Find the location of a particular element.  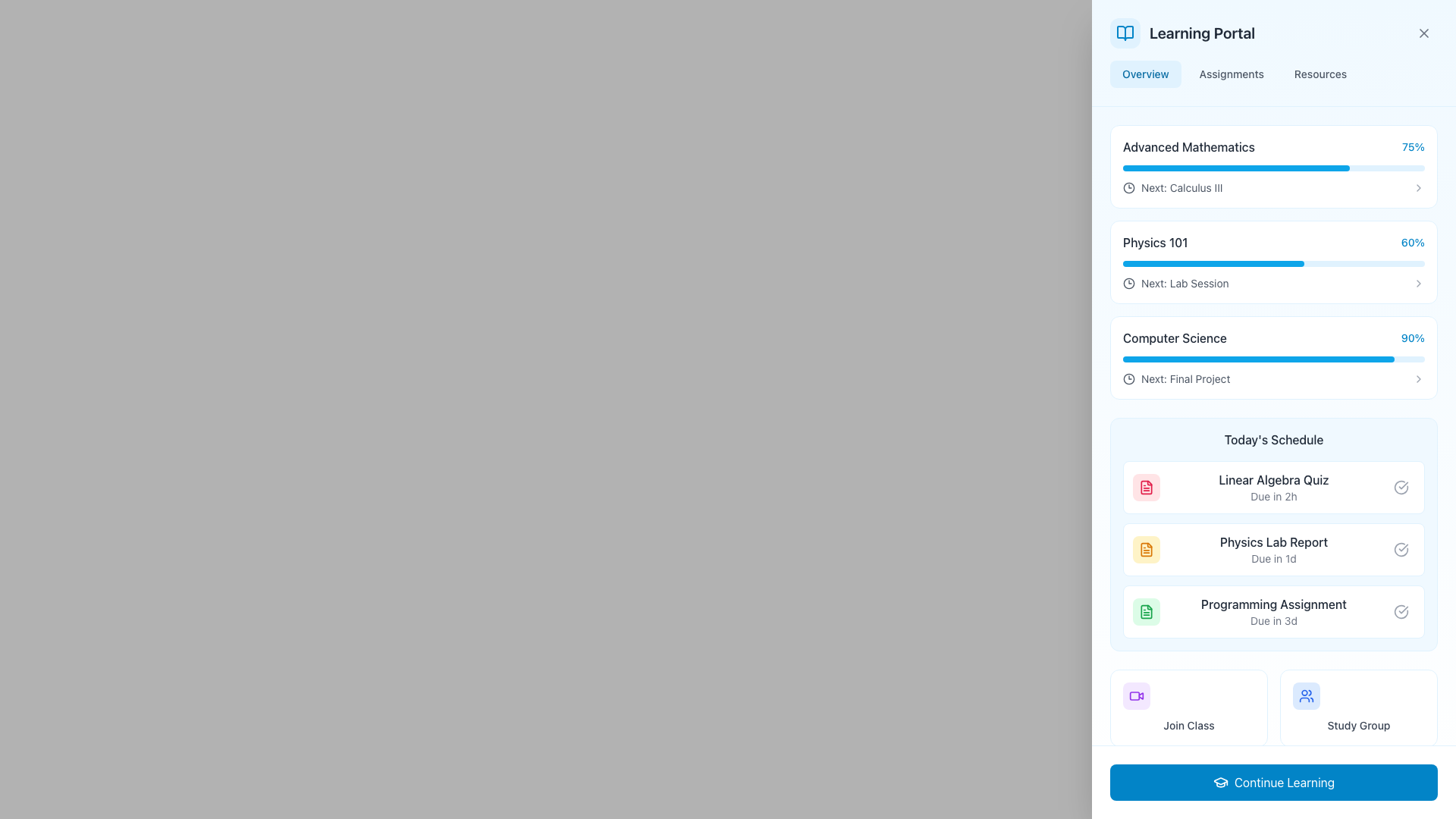

the static Text label displaying the progress percentage of the course 'Physics 101', located to the right of the course name and aligned horizontally with it is located at coordinates (1412, 242).